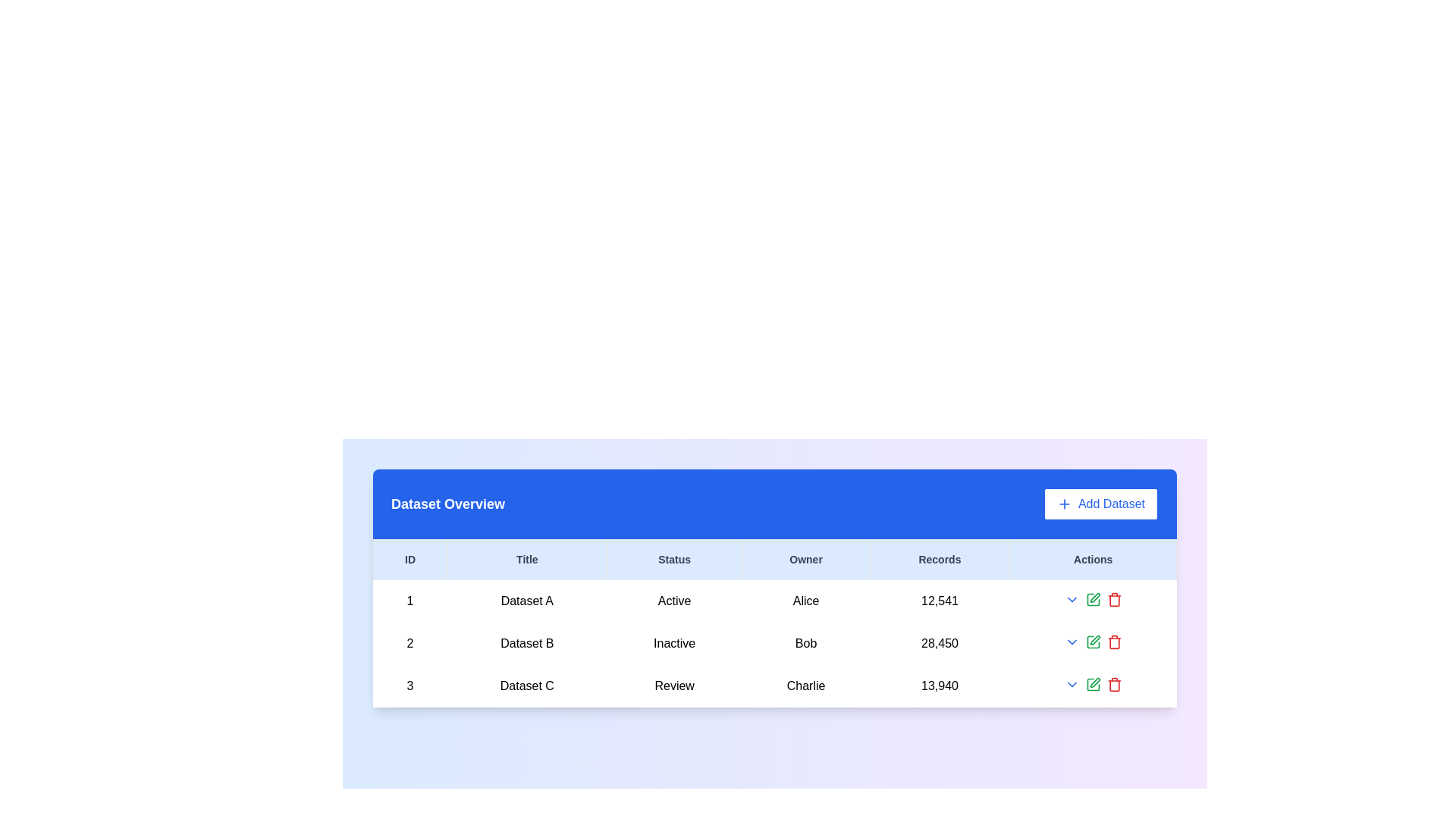 The image size is (1456, 819). Describe the element at coordinates (527, 643) in the screenshot. I see `the Table Cell Text located in the second row under the 'Title' column of the 'Dataset Overview' table` at that location.